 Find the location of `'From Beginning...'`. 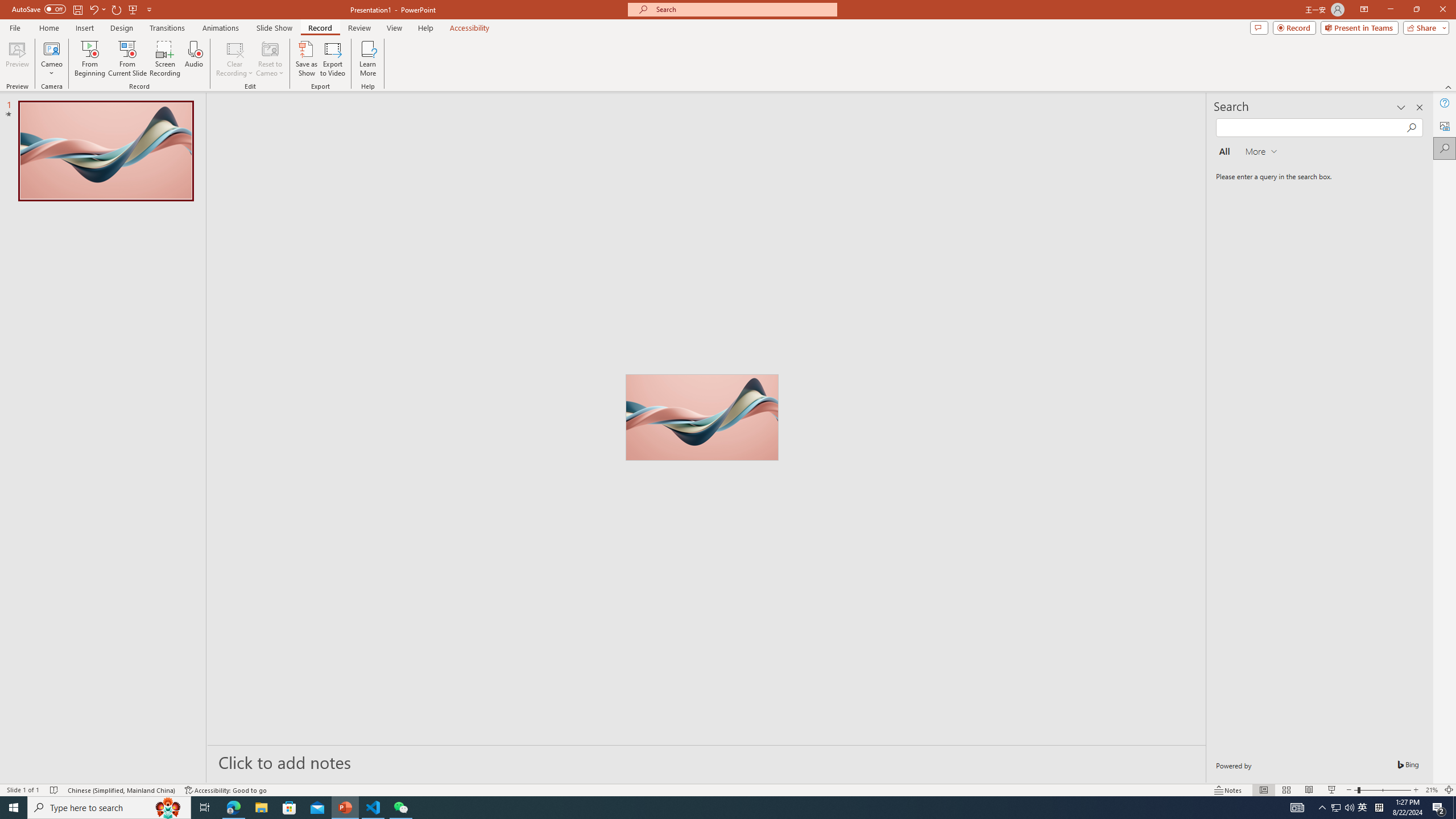

'From Beginning...' is located at coordinates (89, 59).